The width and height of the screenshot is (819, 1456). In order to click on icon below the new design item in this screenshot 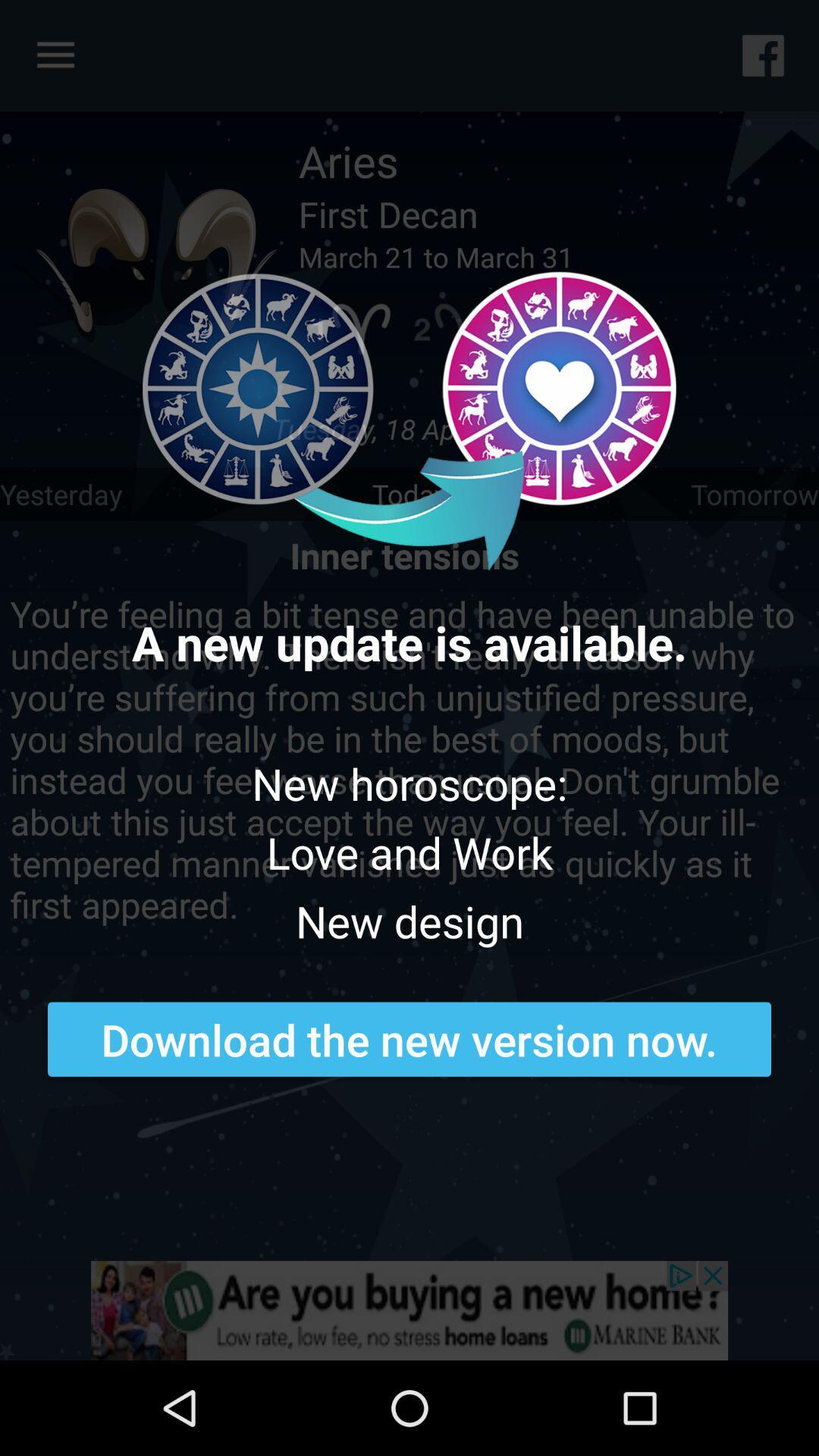, I will do `click(409, 1038)`.